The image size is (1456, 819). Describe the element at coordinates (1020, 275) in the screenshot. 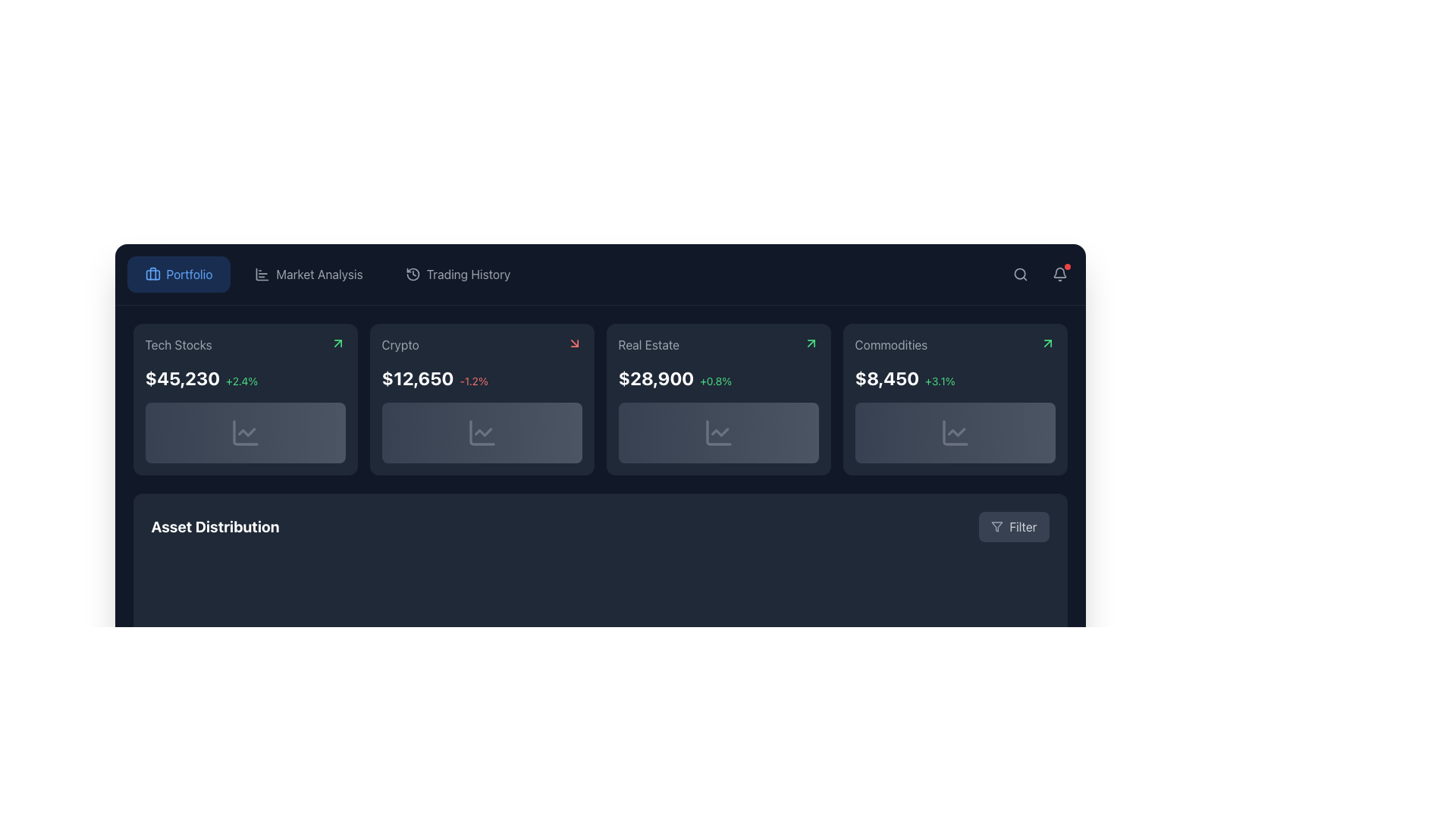

I see `the search button located at the top right corner of the interface` at that location.